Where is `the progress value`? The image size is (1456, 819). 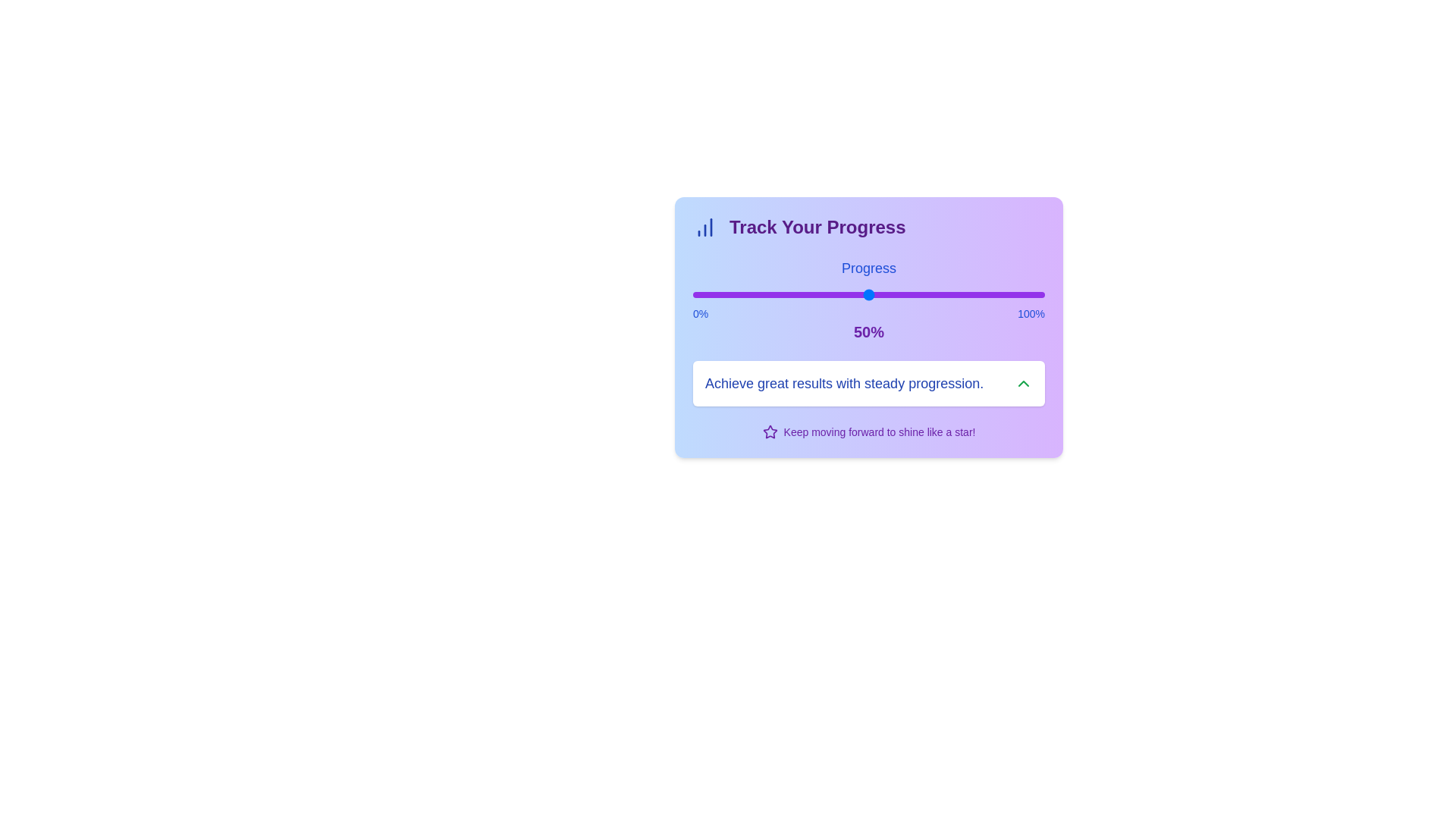 the progress value is located at coordinates (767, 295).